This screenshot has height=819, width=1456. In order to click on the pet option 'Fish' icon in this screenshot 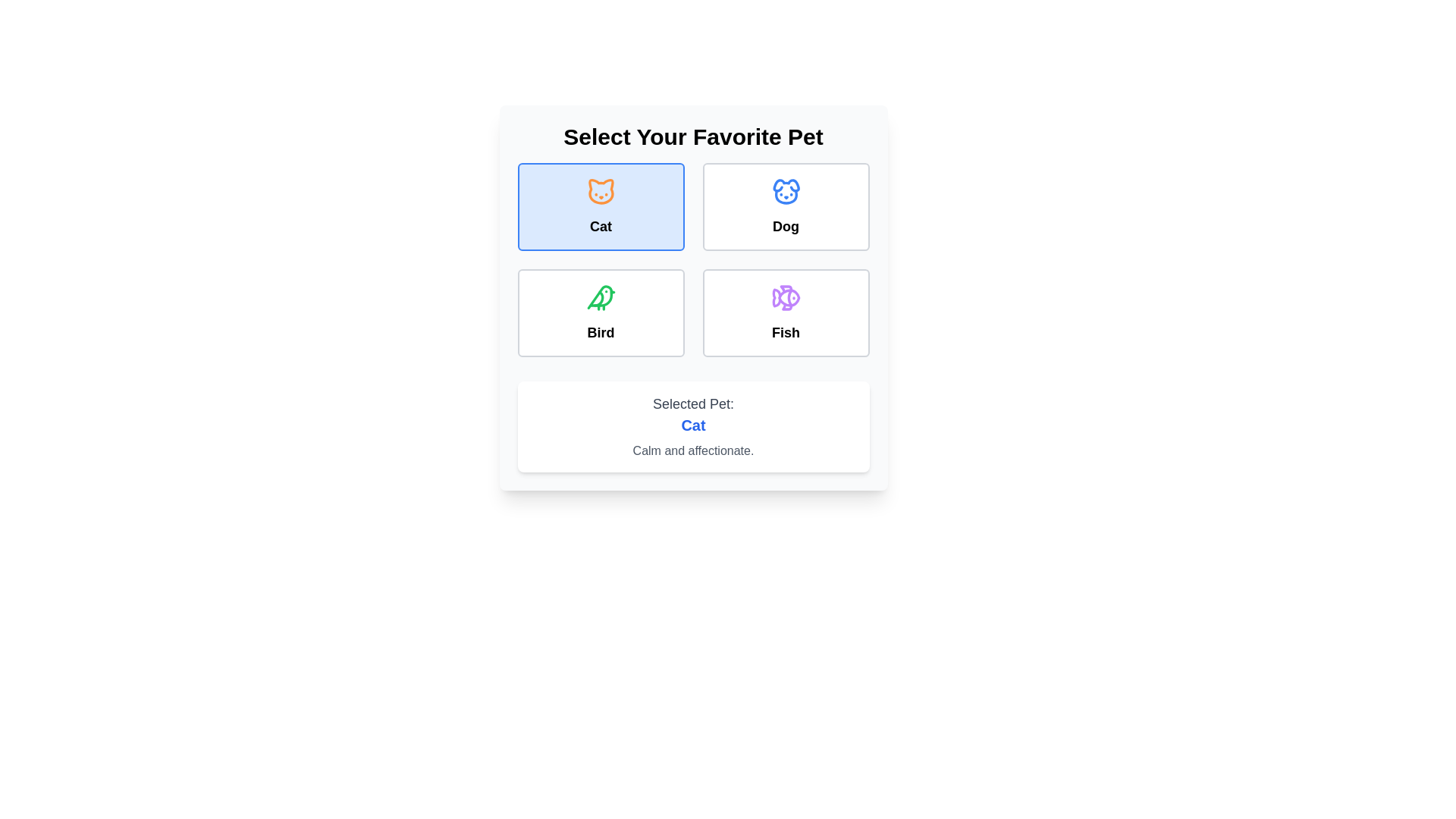, I will do `click(786, 298)`.